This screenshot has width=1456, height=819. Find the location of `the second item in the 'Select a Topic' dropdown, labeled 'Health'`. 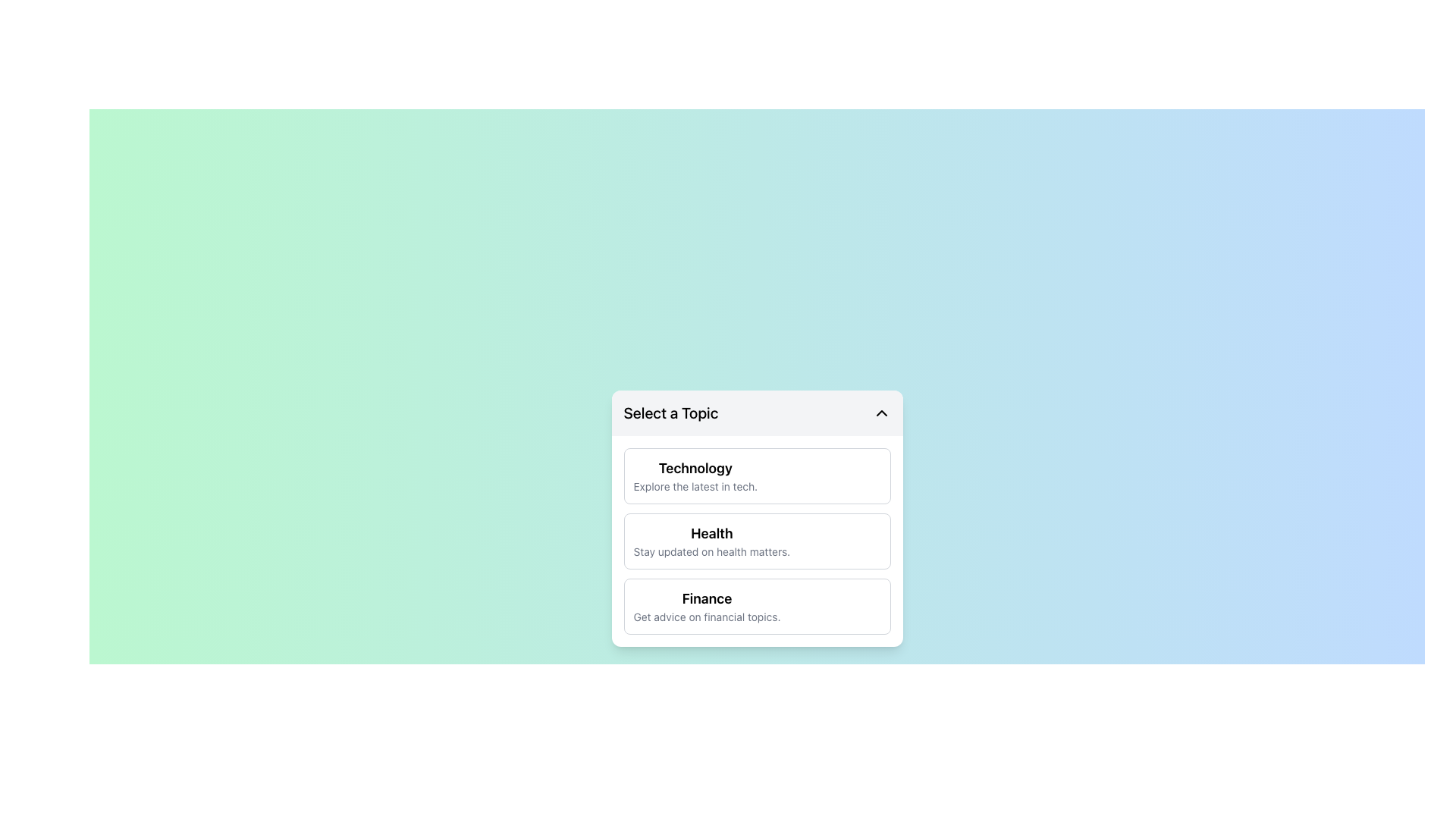

the second item in the 'Select a Topic' dropdown, labeled 'Health' is located at coordinates (757, 517).